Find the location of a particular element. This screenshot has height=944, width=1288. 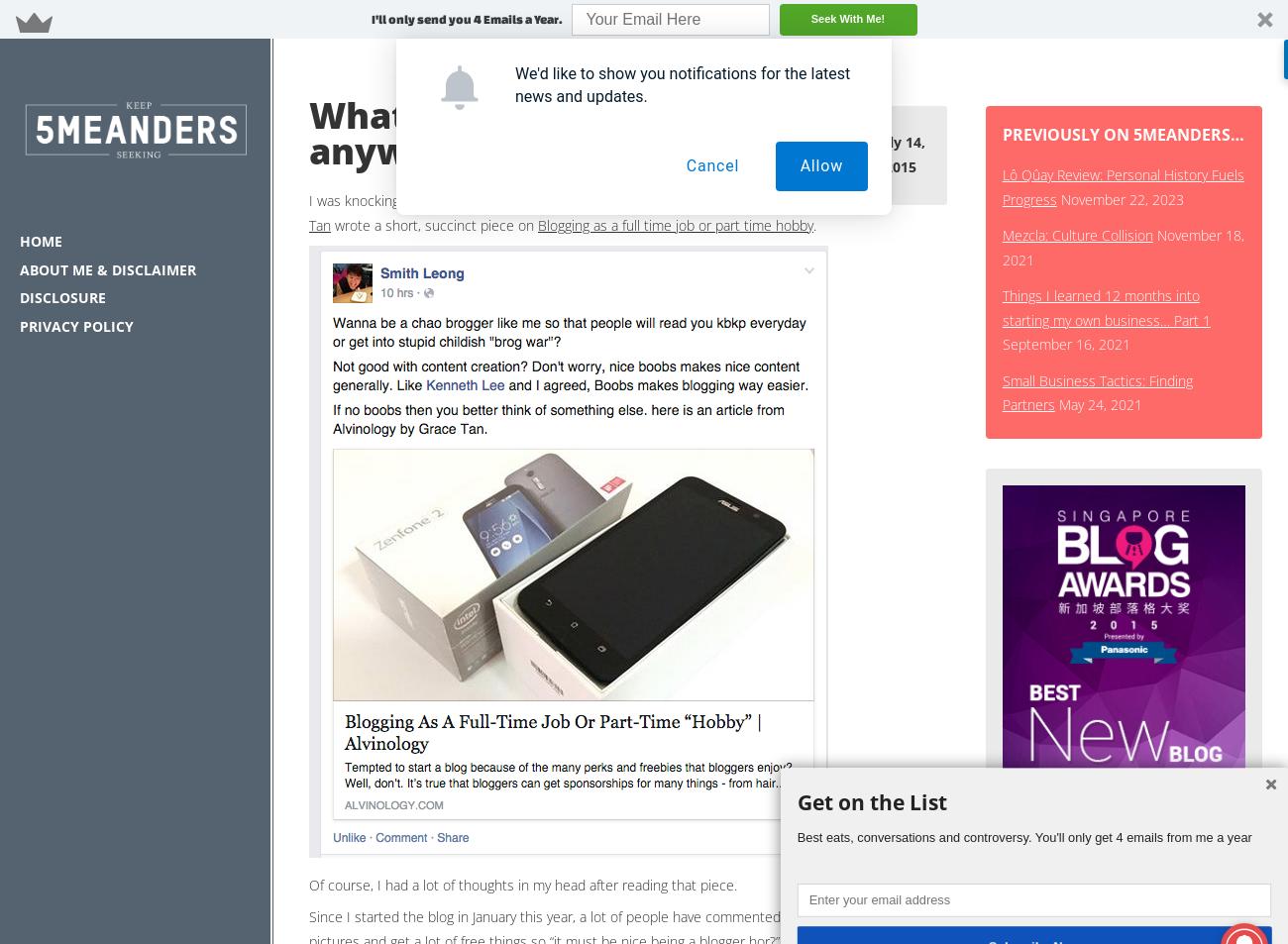

'September 16, 2021' is located at coordinates (1065, 343).